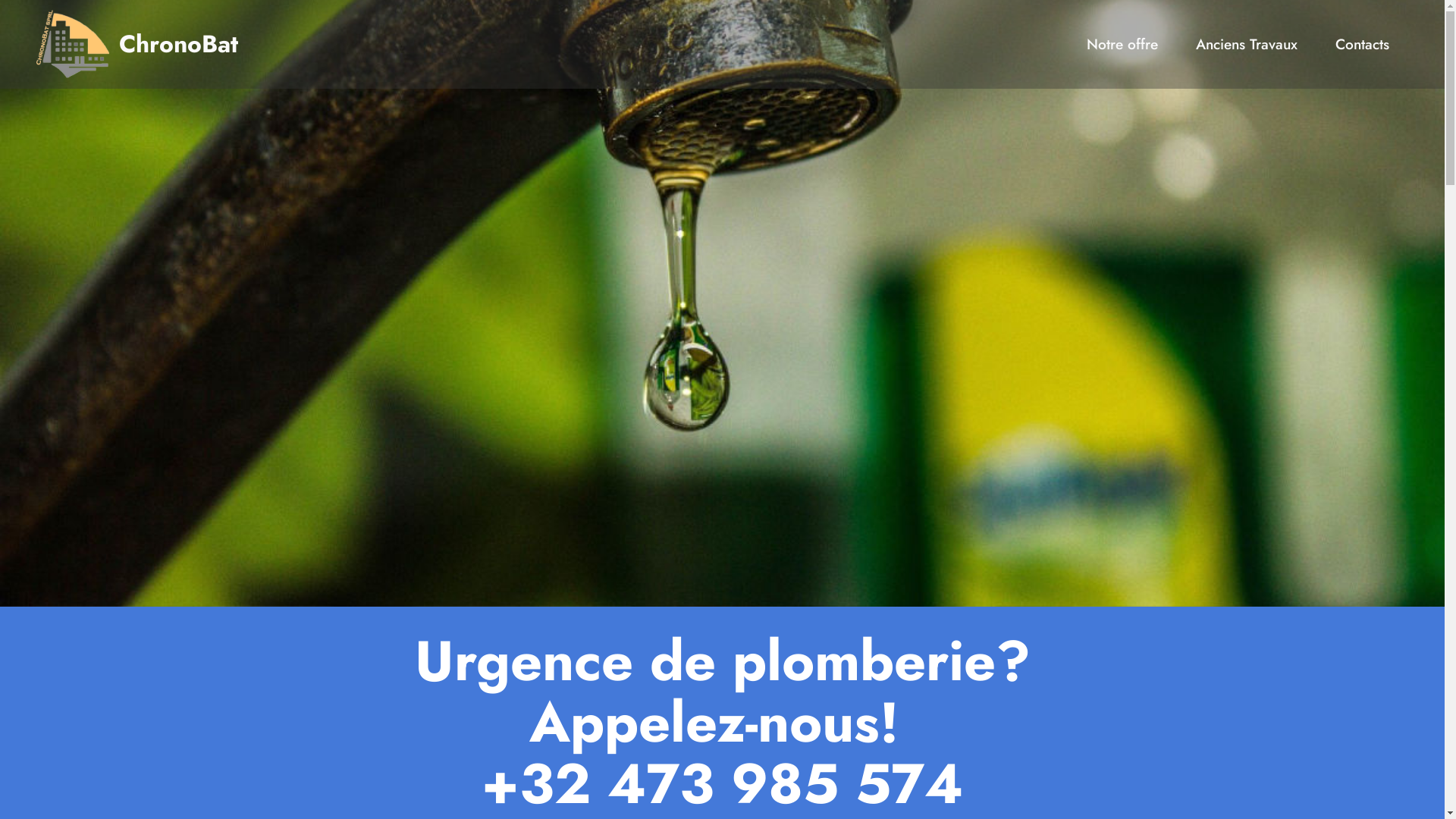  What do you see at coordinates (1246, 43) in the screenshot?
I see `'Anciens Travaux'` at bounding box center [1246, 43].